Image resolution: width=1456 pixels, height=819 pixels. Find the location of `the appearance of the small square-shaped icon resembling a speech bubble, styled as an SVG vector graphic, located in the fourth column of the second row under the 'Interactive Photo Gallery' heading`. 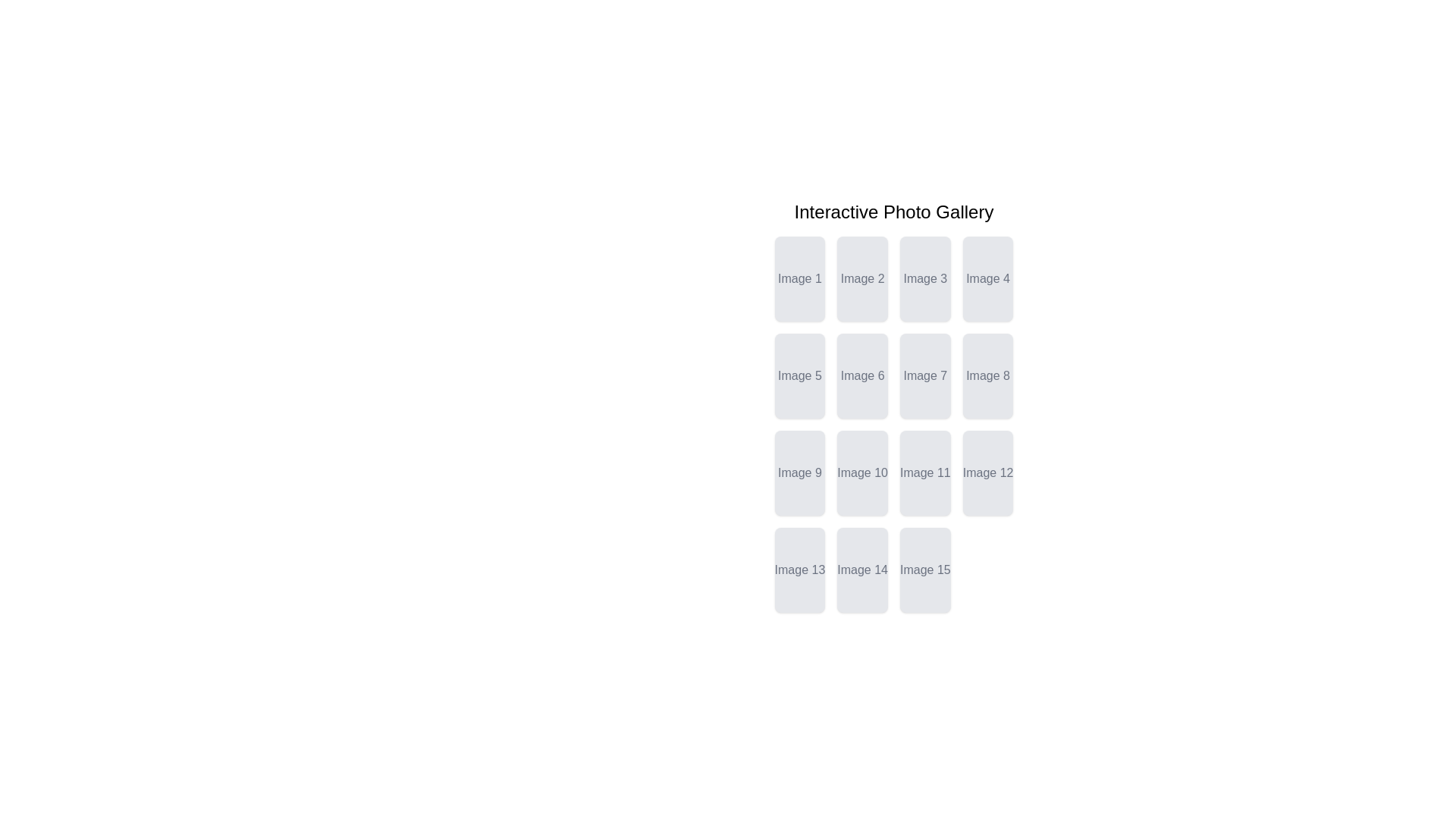

the appearance of the small square-shaped icon resembling a speech bubble, styled as an SVG vector graphic, located in the fourth column of the second row under the 'Interactive Photo Gallery' heading is located at coordinates (966, 403).